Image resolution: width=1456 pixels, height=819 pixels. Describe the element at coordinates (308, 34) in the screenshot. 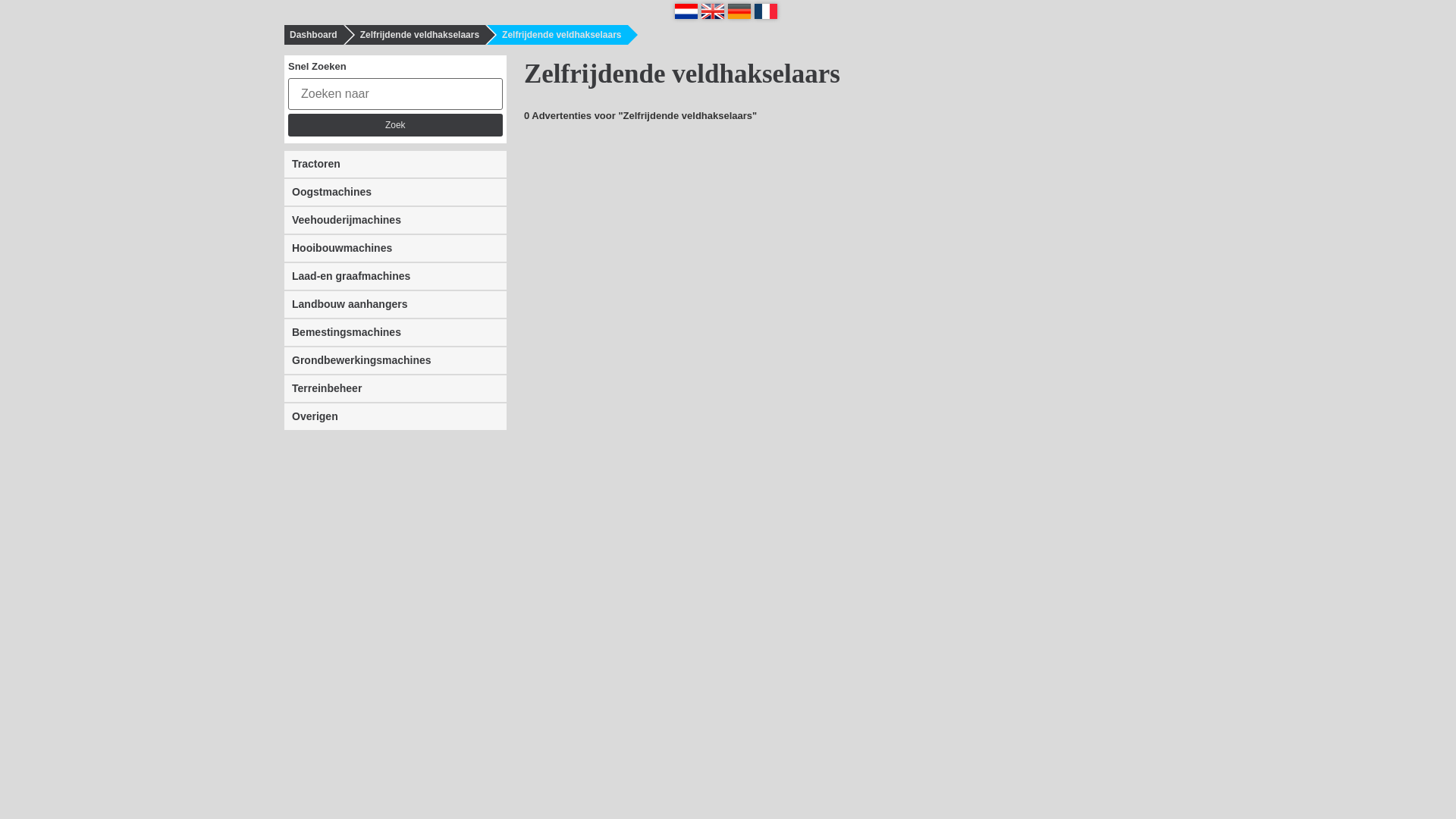

I see `'Dashboard'` at that location.